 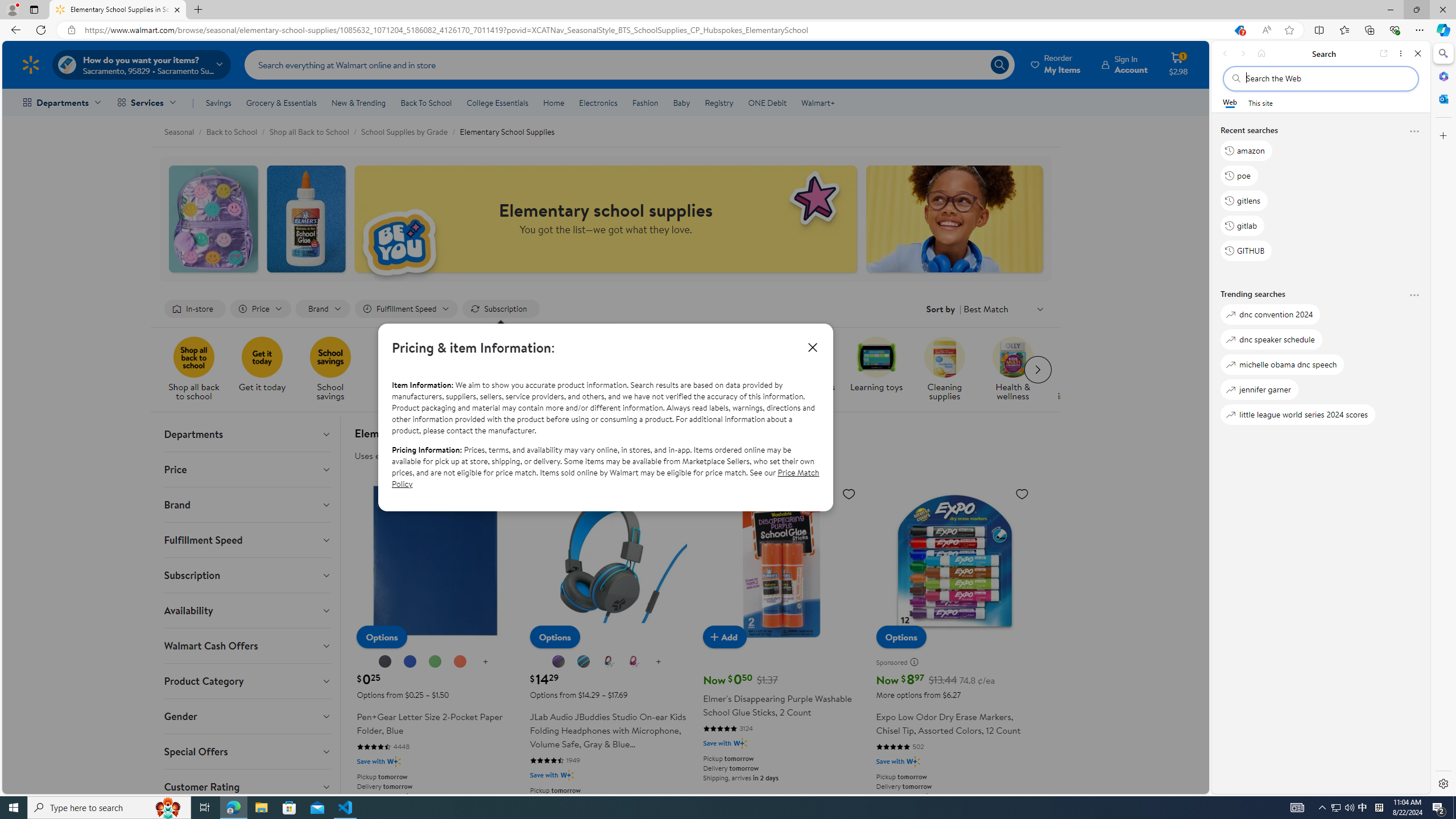 What do you see at coordinates (1242, 225) in the screenshot?
I see `'gitlab'` at bounding box center [1242, 225].